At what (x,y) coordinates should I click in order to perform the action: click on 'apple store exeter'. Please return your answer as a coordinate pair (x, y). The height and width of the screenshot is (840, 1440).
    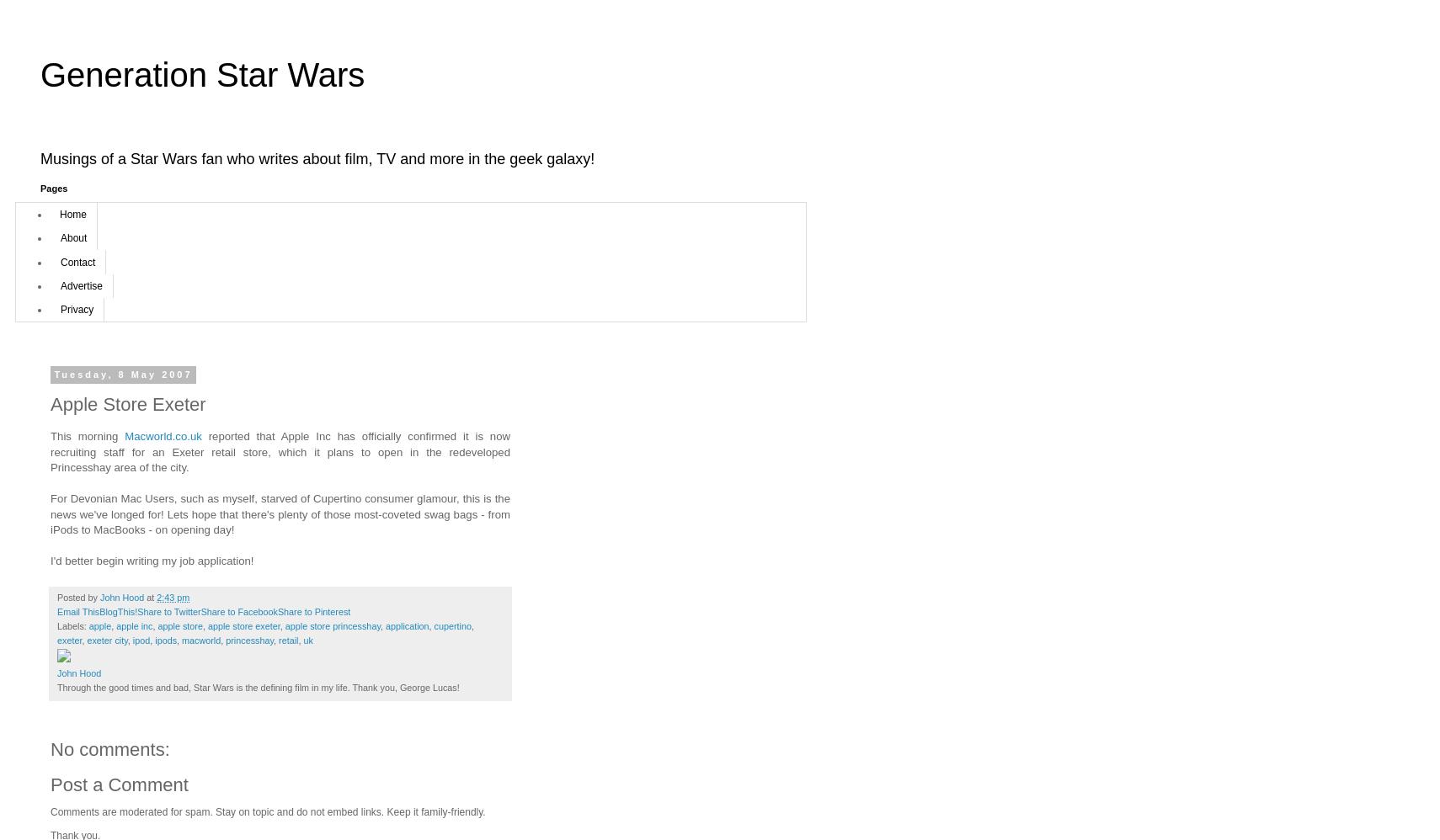
    Looking at the image, I should click on (206, 626).